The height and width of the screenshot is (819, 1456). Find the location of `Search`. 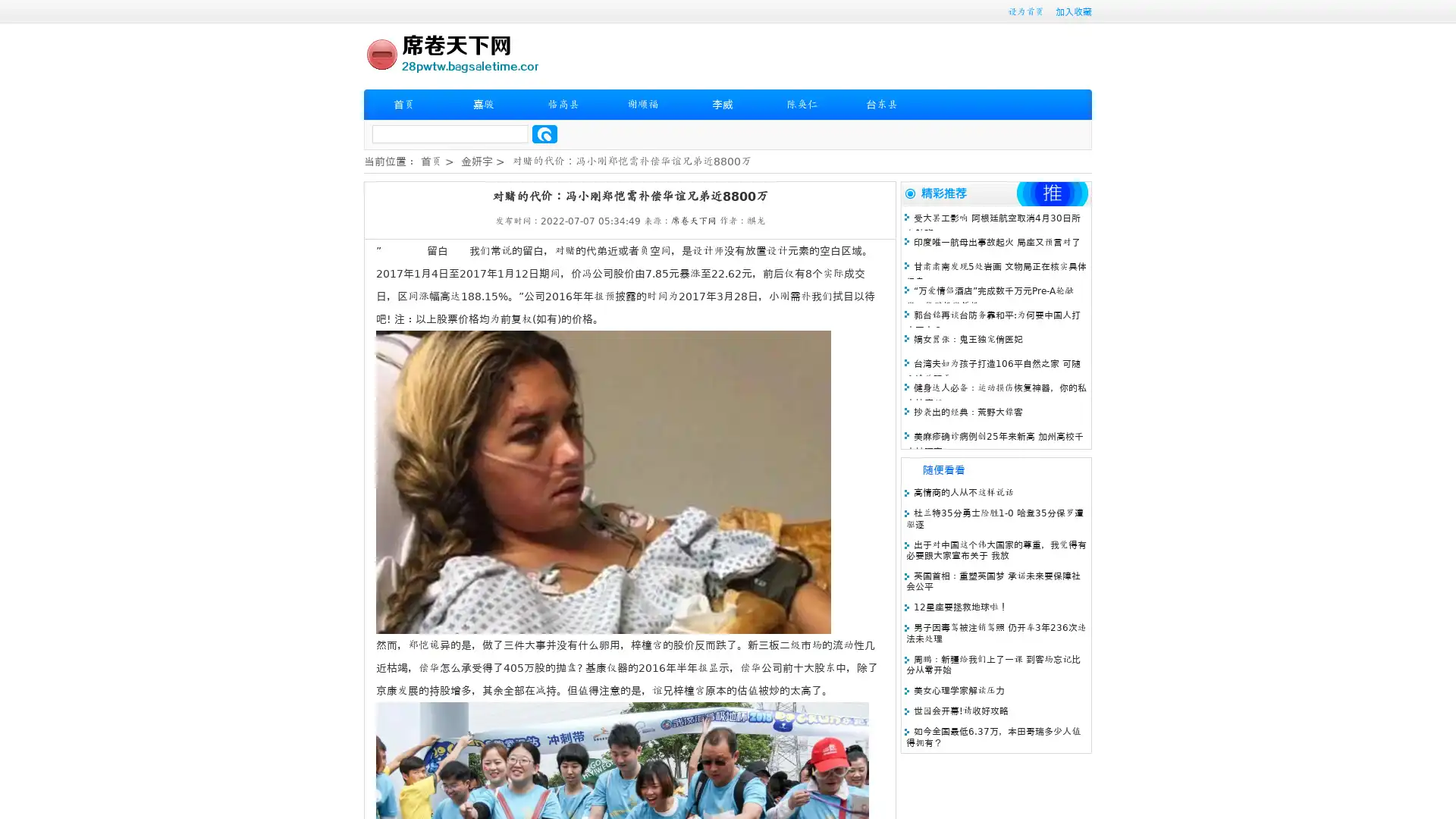

Search is located at coordinates (544, 133).